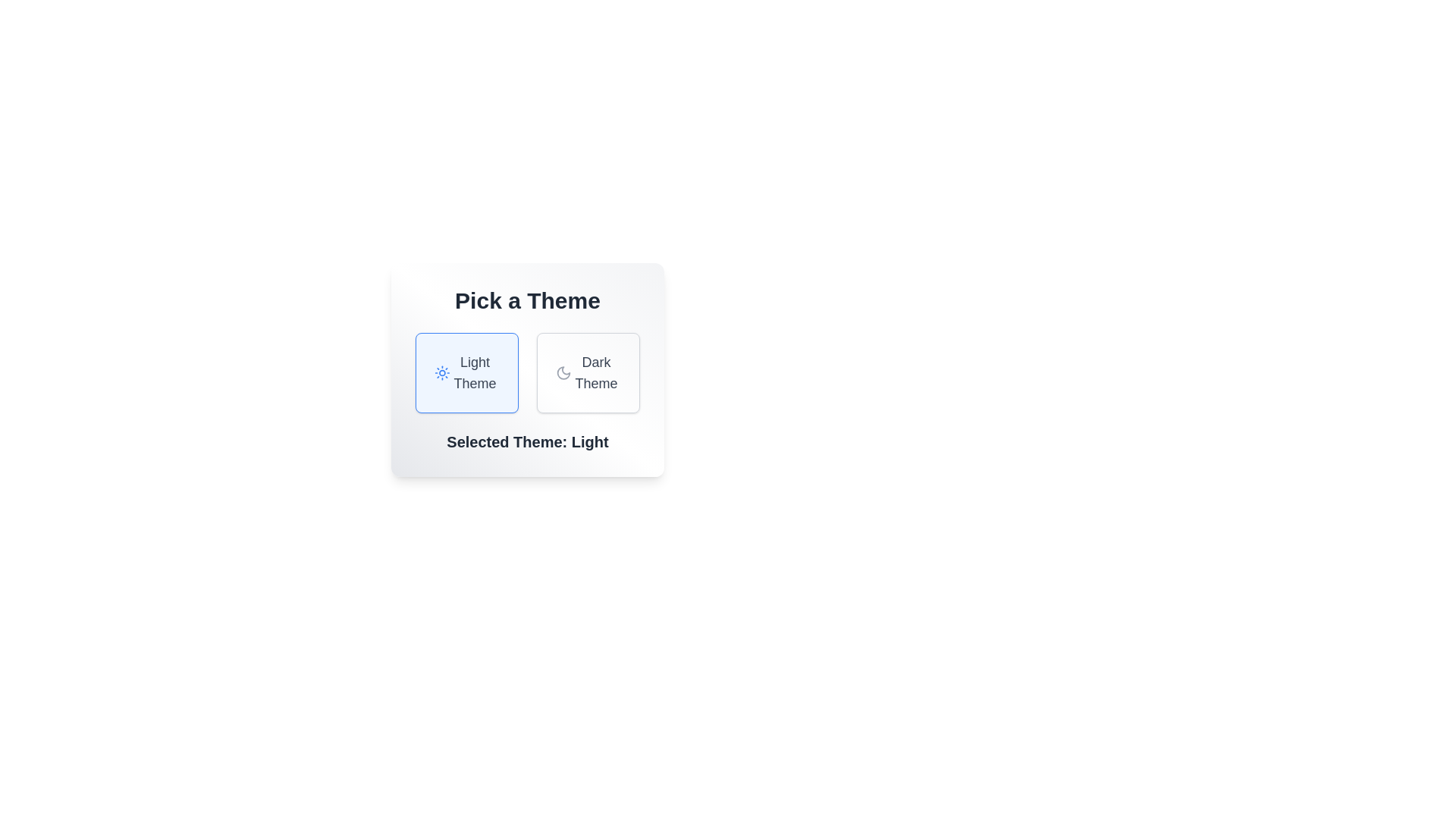 This screenshot has height=819, width=1456. Describe the element at coordinates (563, 373) in the screenshot. I see `the crescent moon-shaped outline icon within the 'Dark Theme' button, which is located in the right column of the card interface` at that location.